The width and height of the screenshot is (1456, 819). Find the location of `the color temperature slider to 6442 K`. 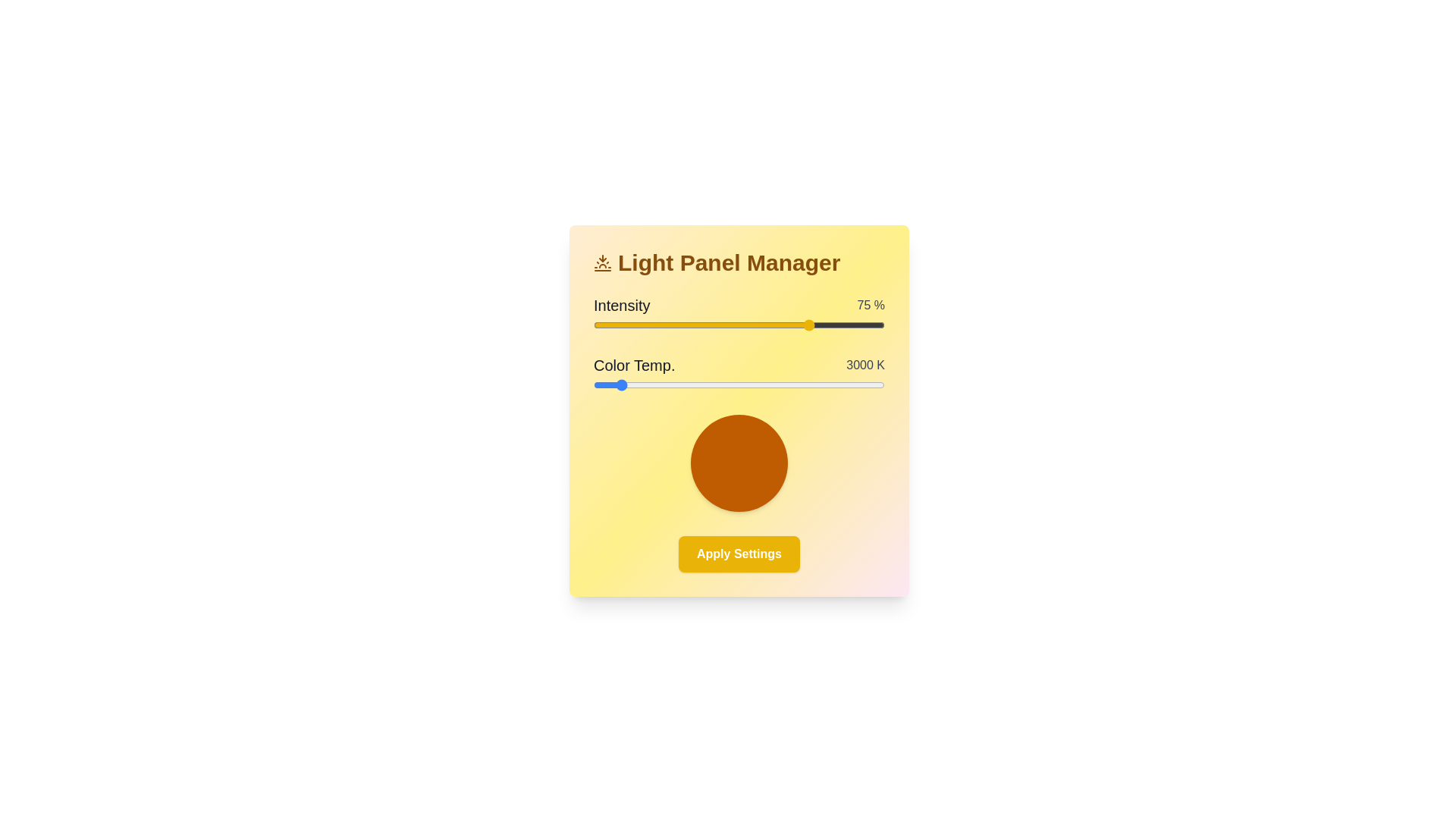

the color temperature slider to 6442 K is located at coordinates (880, 384).